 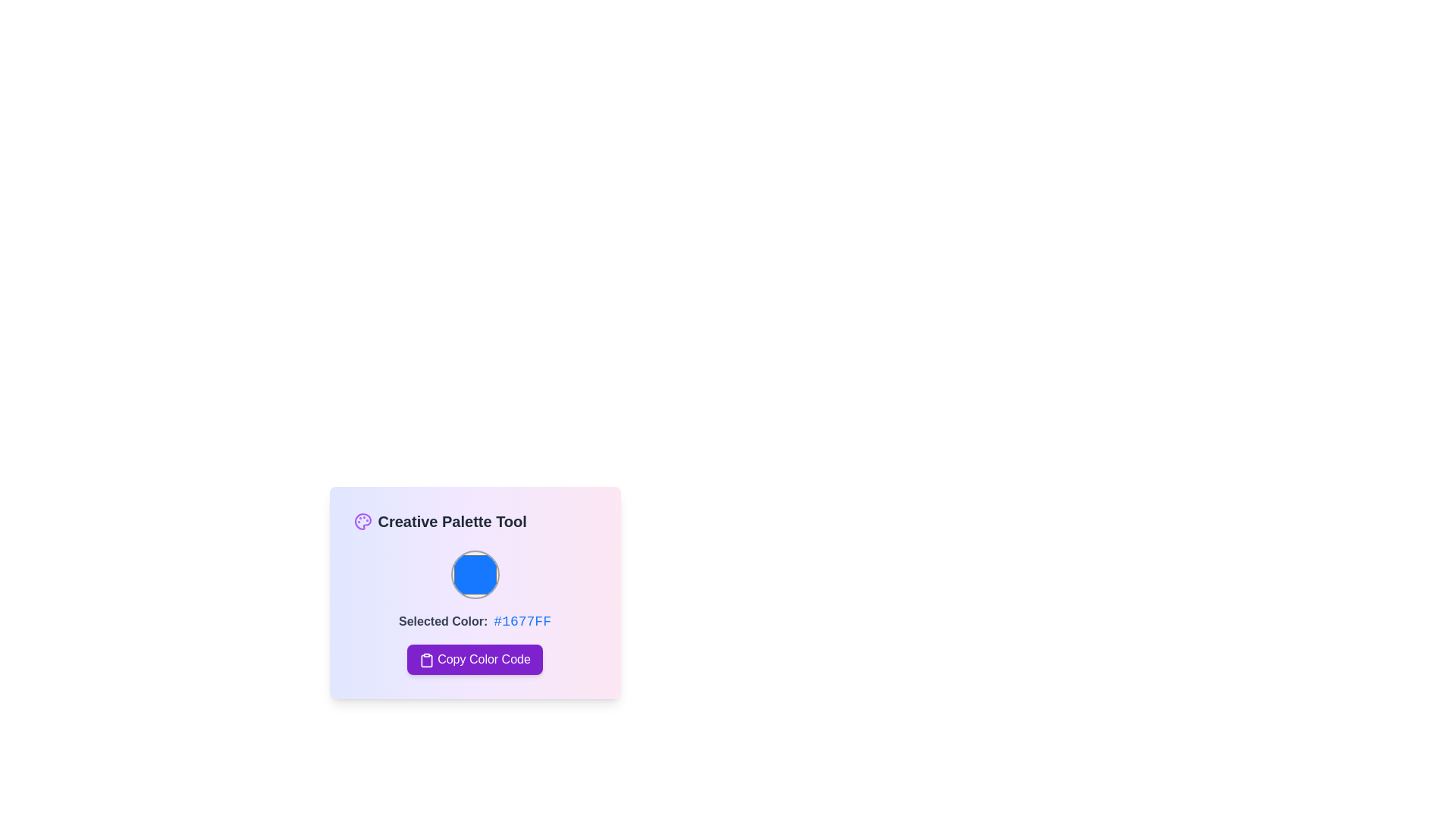 What do you see at coordinates (522, 622) in the screenshot?
I see `the non-interactive text display that shows the hexadecimal code for the currently selected color, located next to the label 'Selected Color:'` at bounding box center [522, 622].